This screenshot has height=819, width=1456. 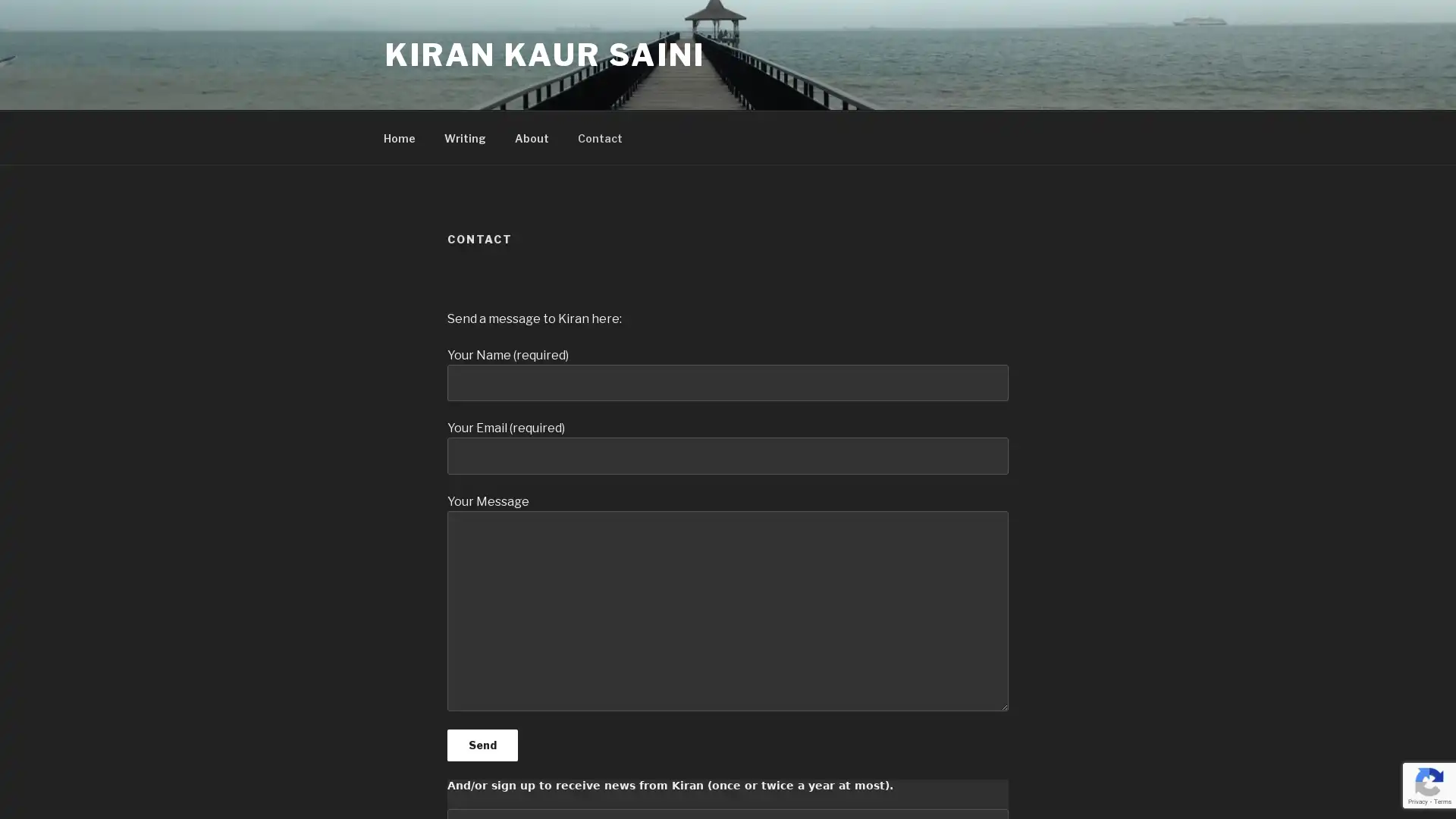 What do you see at coordinates (482, 745) in the screenshot?
I see `Send` at bounding box center [482, 745].